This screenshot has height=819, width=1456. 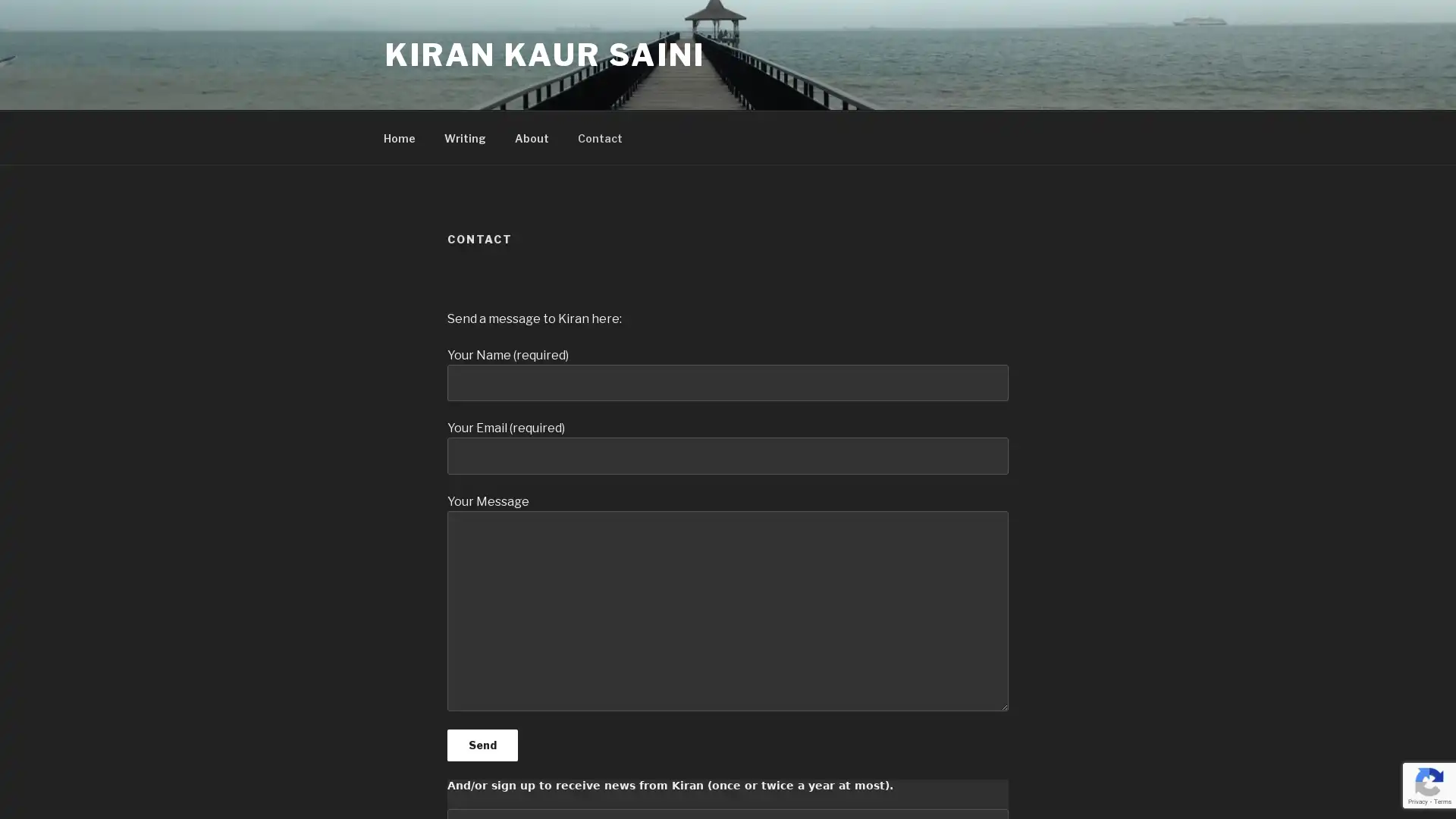 What do you see at coordinates (482, 745) in the screenshot?
I see `Send` at bounding box center [482, 745].